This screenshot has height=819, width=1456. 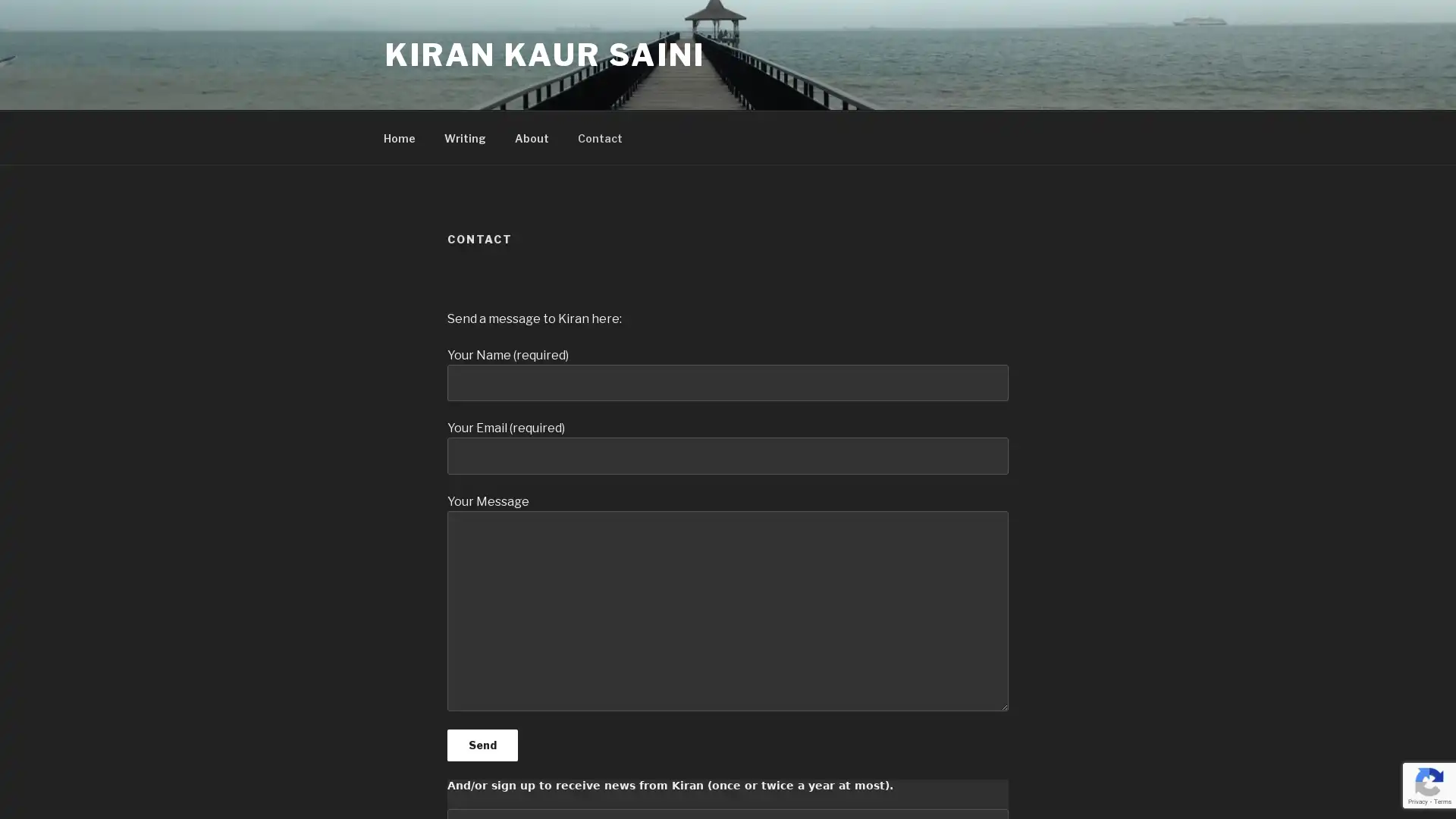 What do you see at coordinates (482, 745) in the screenshot?
I see `Send` at bounding box center [482, 745].